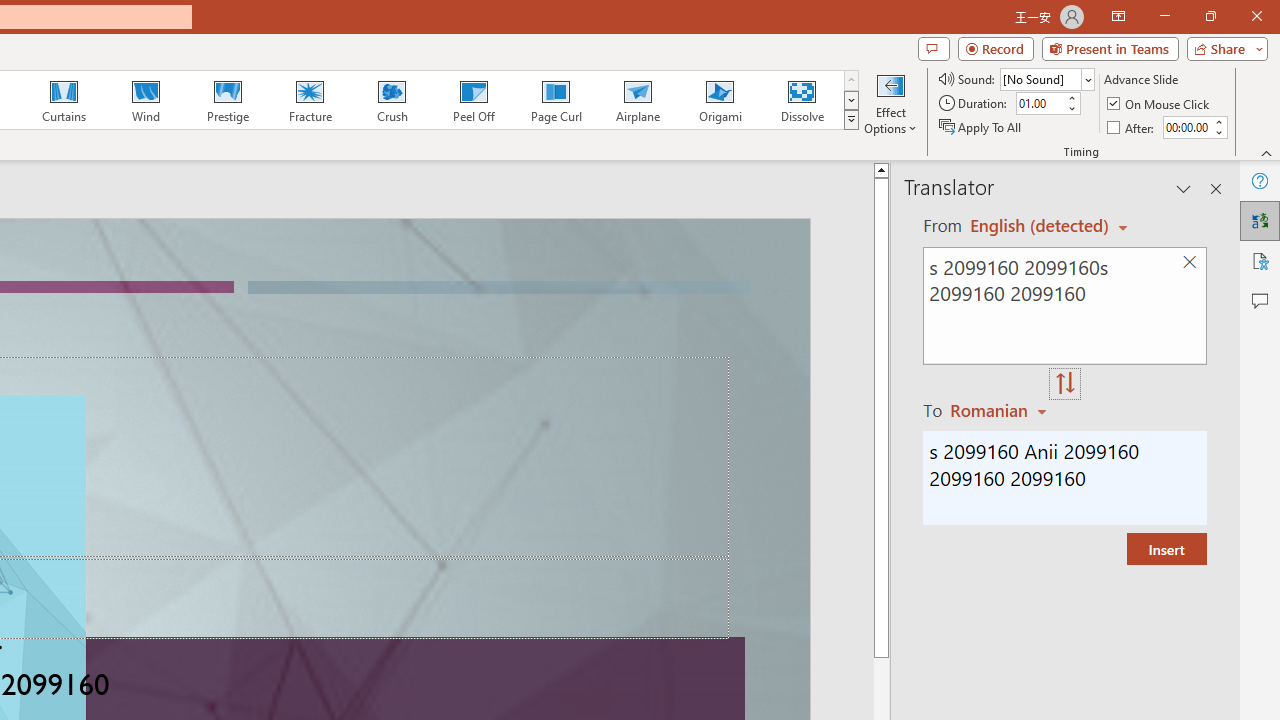  I want to click on 'Duration', so click(1040, 103).